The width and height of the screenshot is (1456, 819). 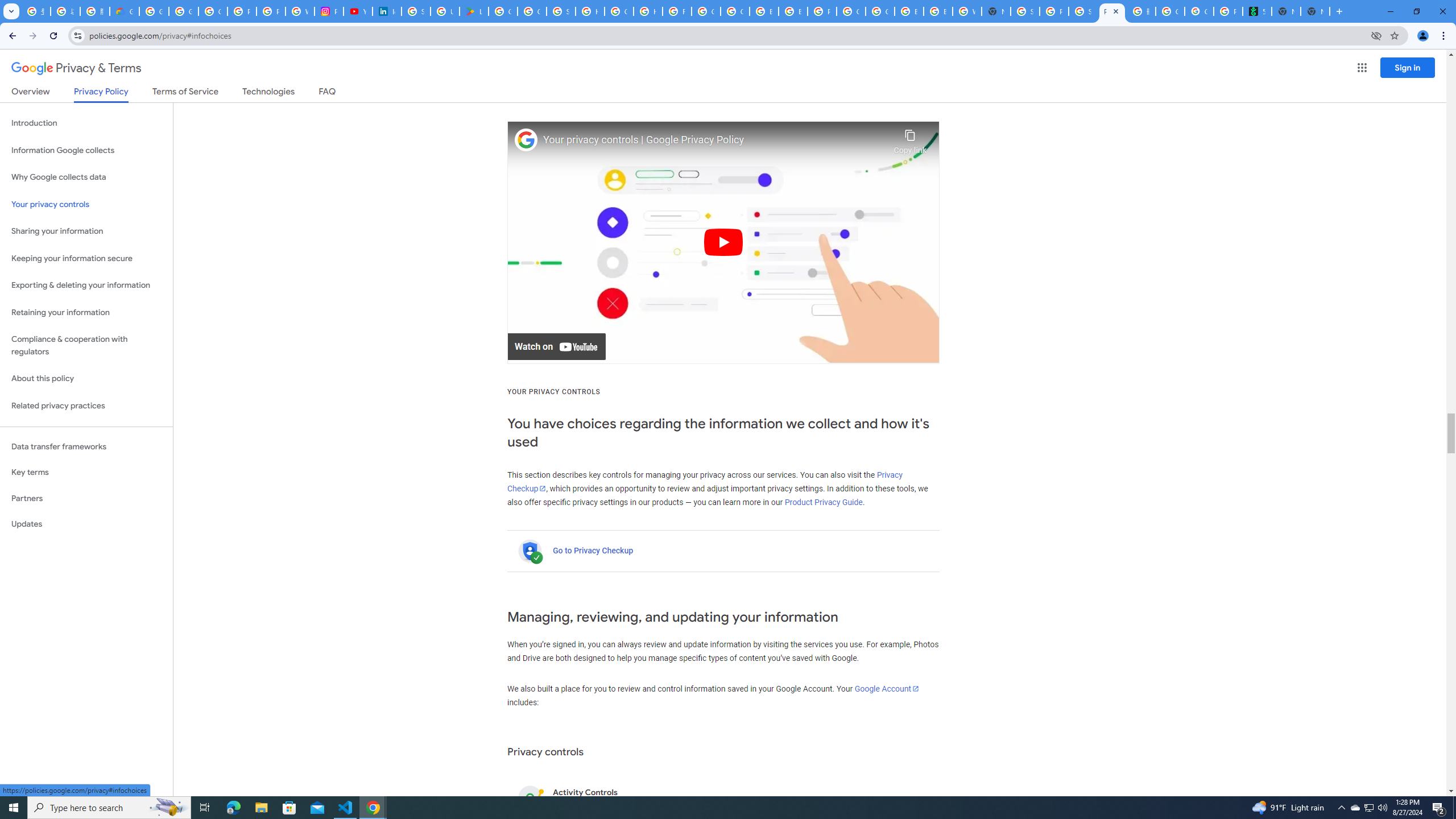 I want to click on 'Why Google collects data', so click(x=86, y=176).